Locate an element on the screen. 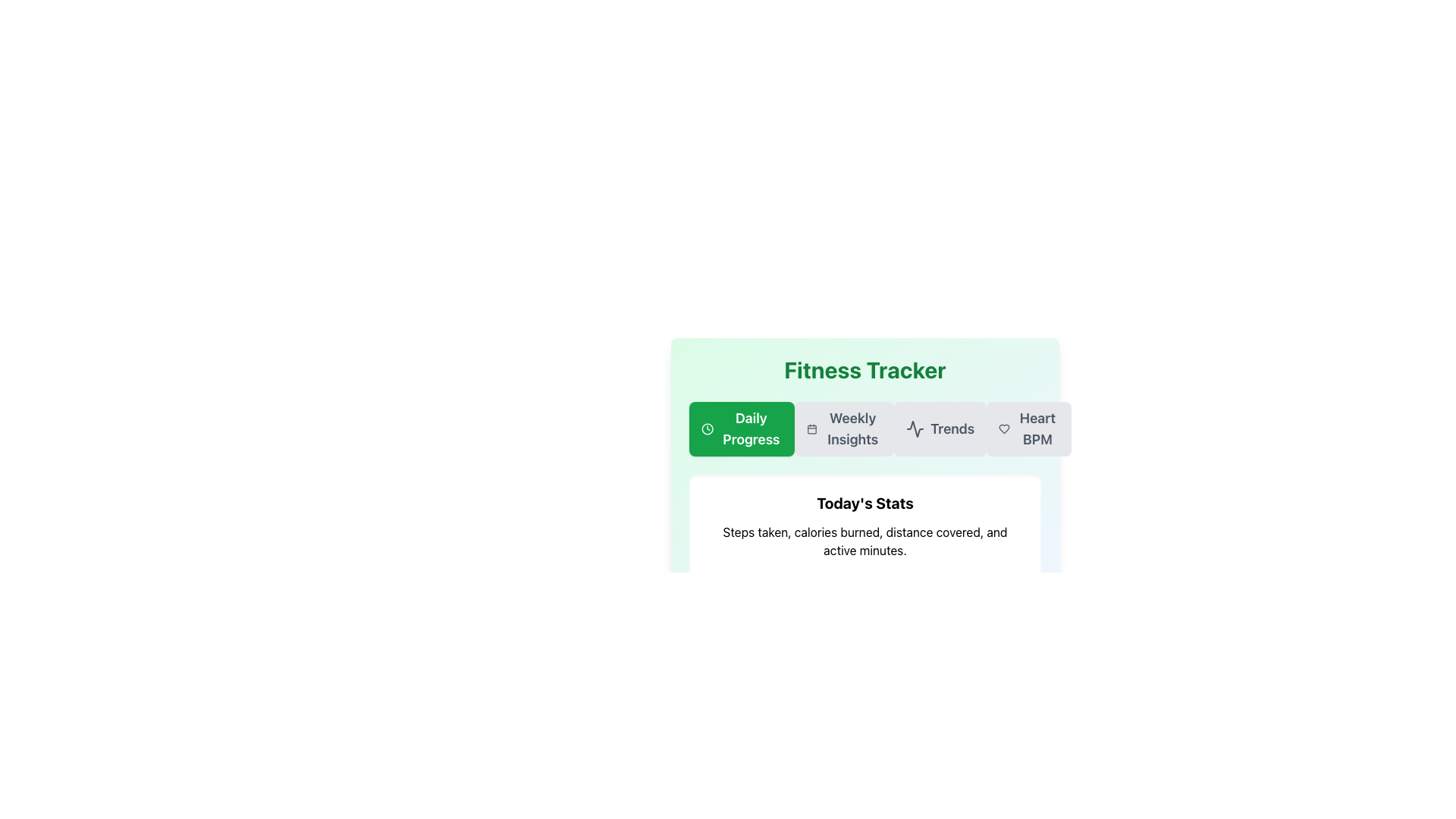 The width and height of the screenshot is (1456, 819). main rectangular shape within the SVG calendar icon located on the navigation bar is located at coordinates (811, 429).